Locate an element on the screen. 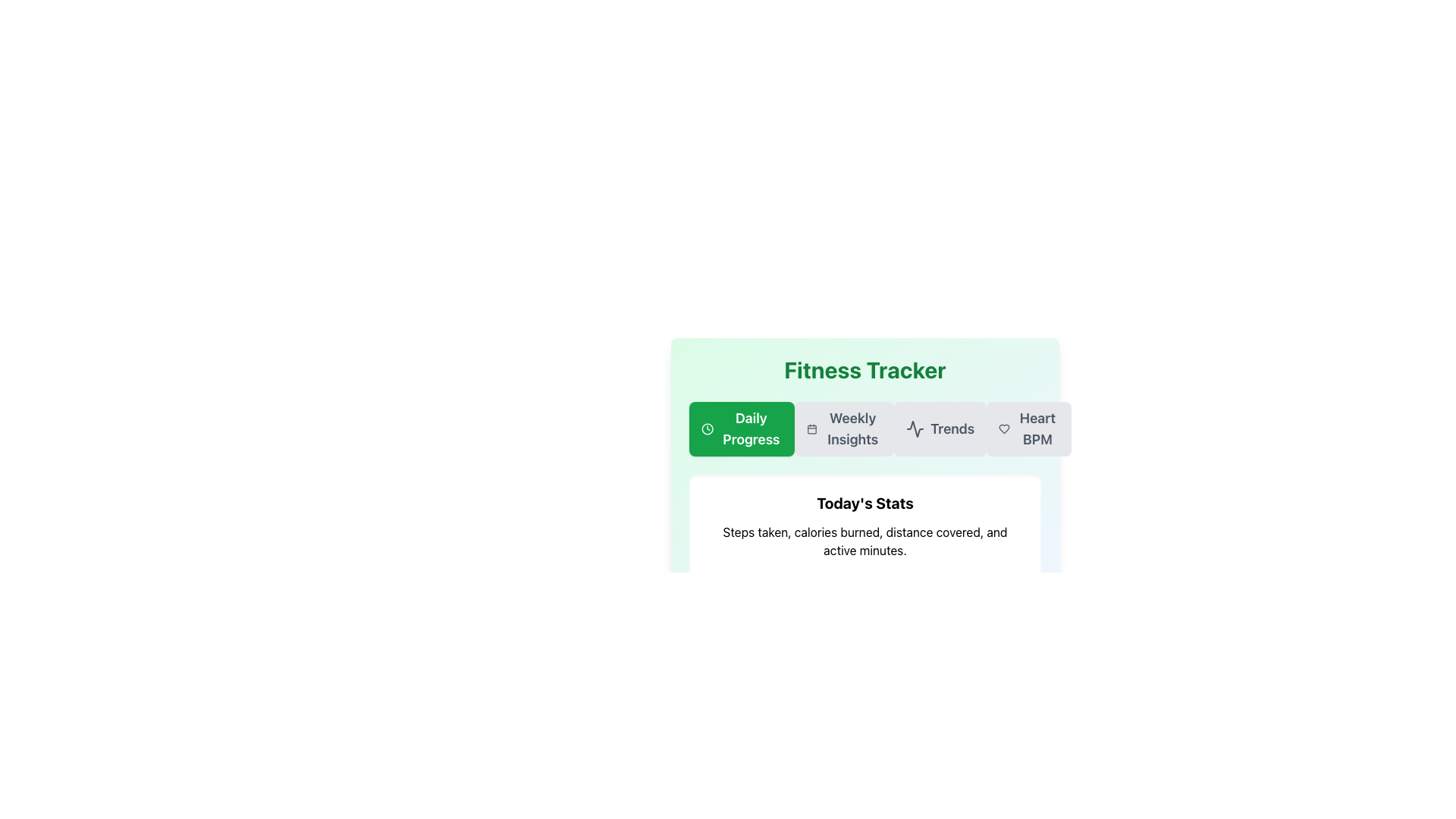 The width and height of the screenshot is (1456, 819). main rectangular shape within the SVG calendar icon located on the navigation bar is located at coordinates (811, 429).